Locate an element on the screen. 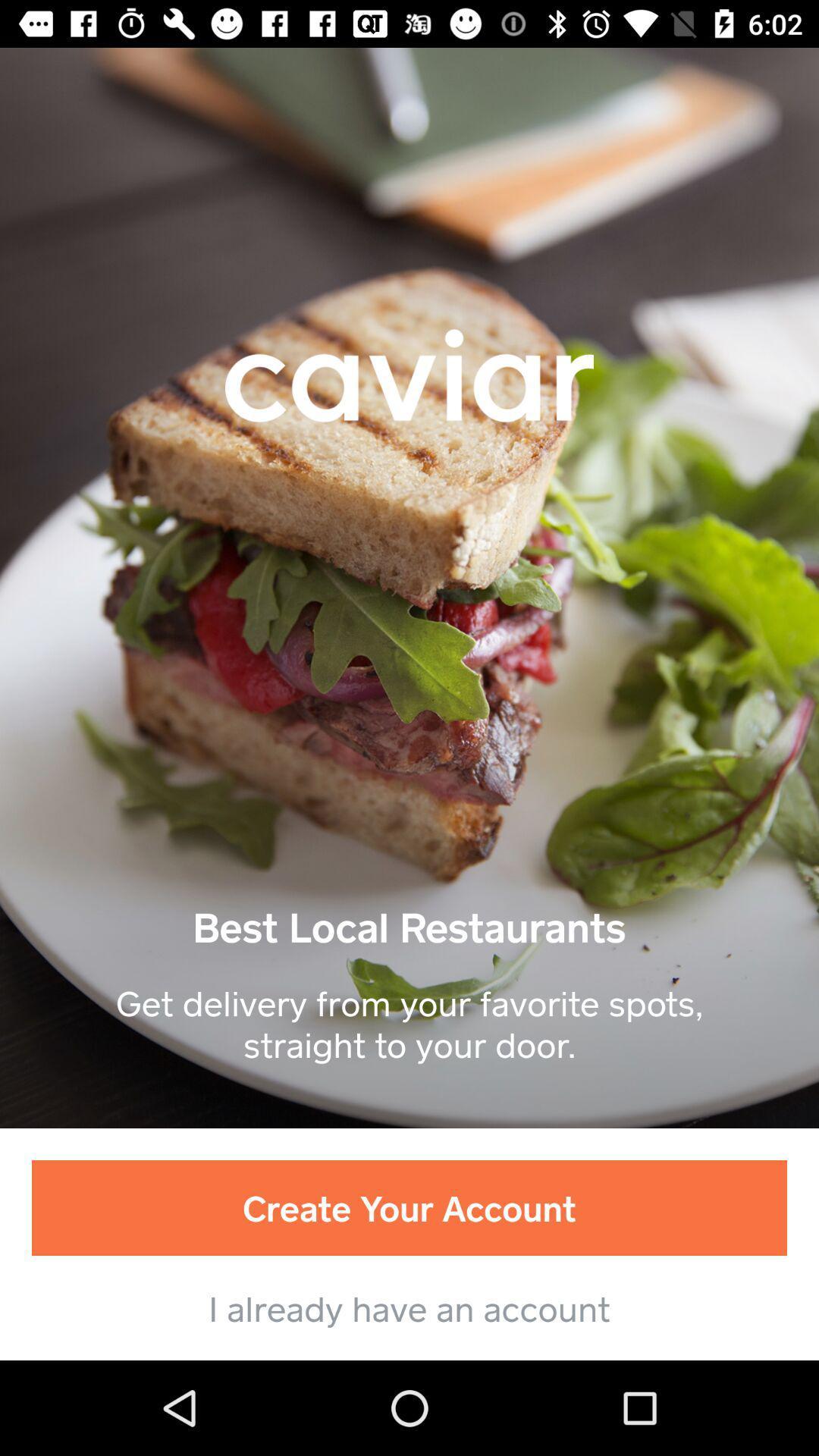  i already have item is located at coordinates (409, 1307).